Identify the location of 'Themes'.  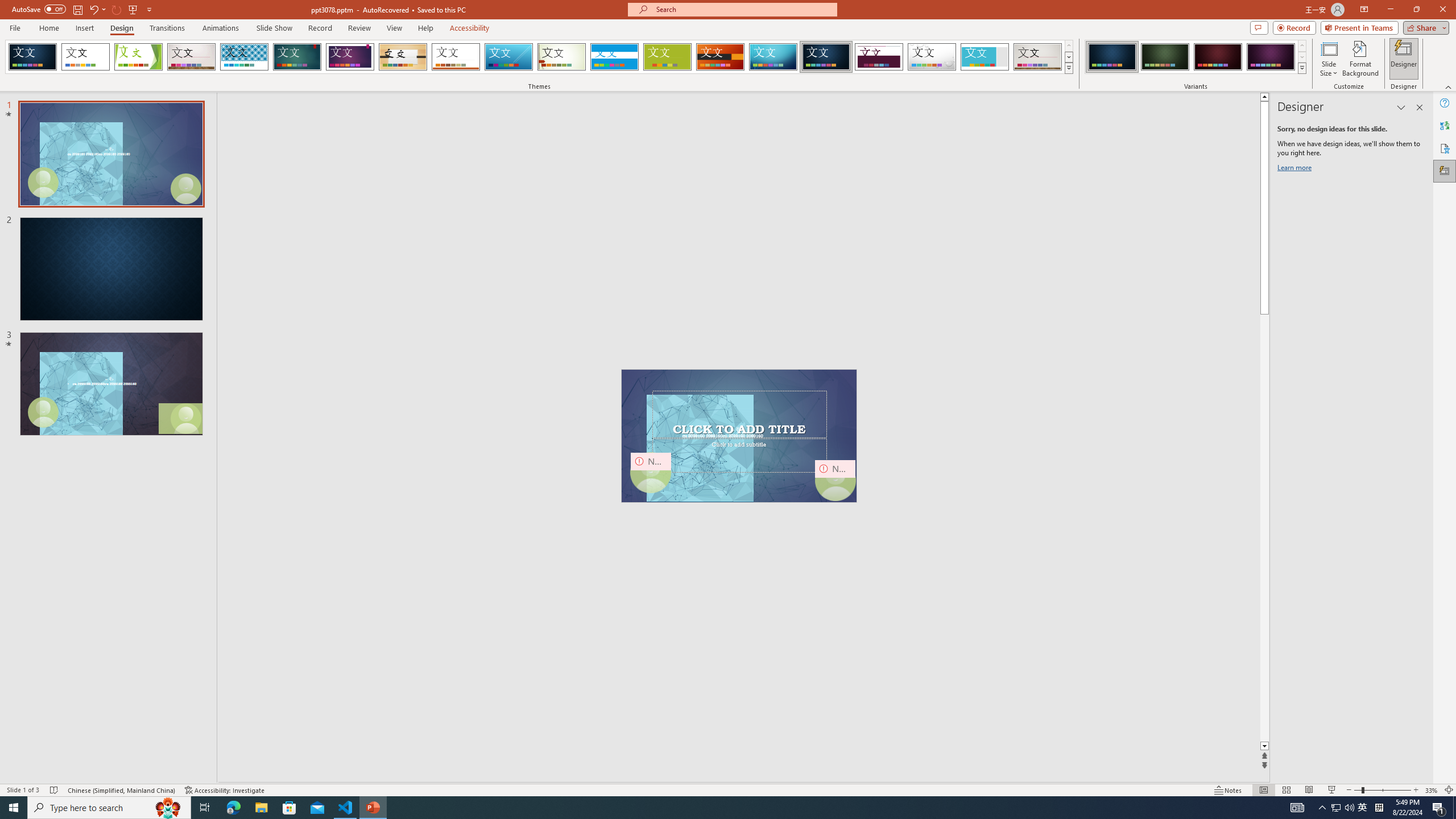
(1069, 67).